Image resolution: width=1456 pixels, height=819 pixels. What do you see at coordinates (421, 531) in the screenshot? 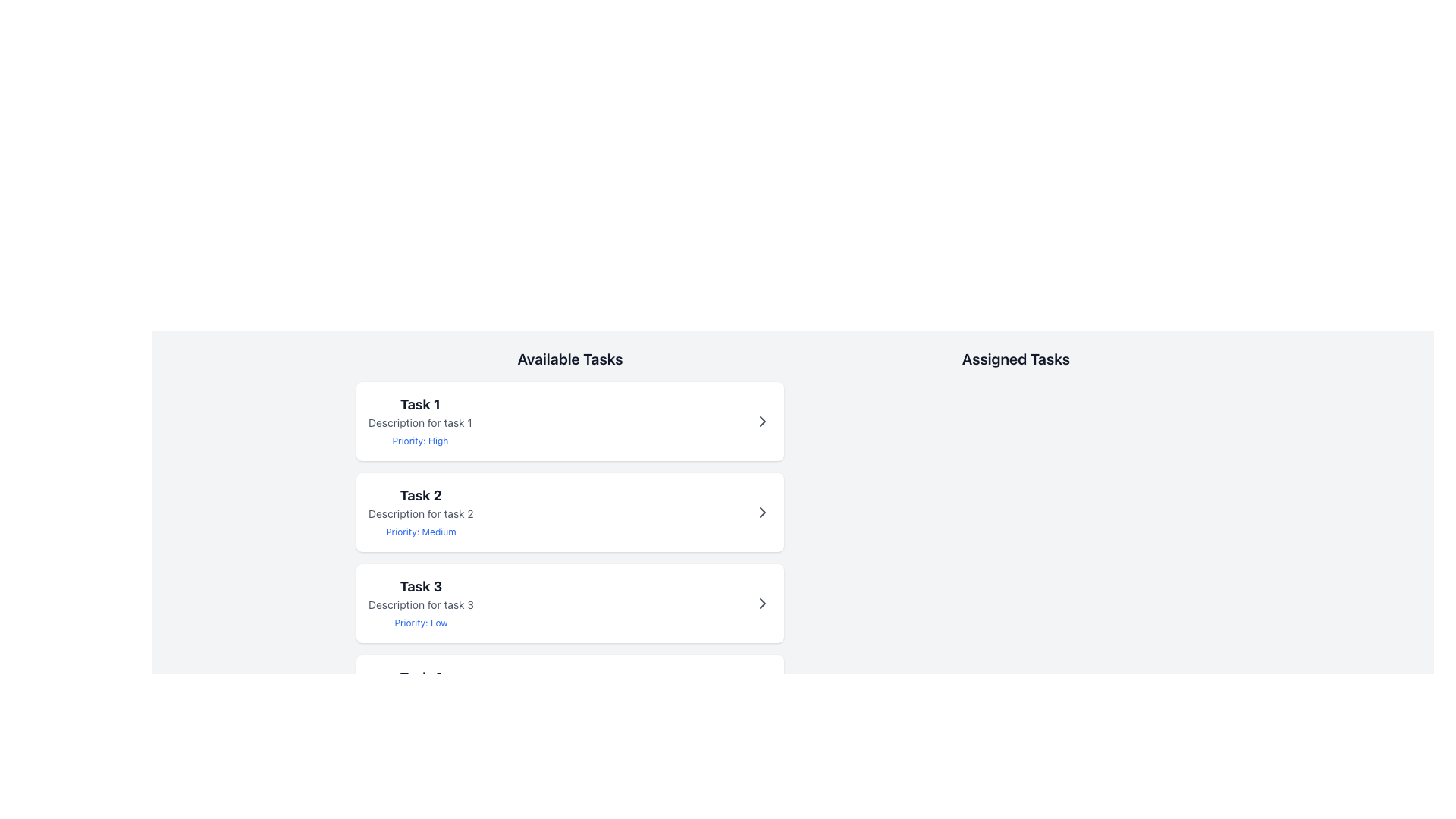
I see `the priority level text label located at the bottom of the second task card in the 'Available Tasks' section to note the priority for task sorting or management` at bounding box center [421, 531].